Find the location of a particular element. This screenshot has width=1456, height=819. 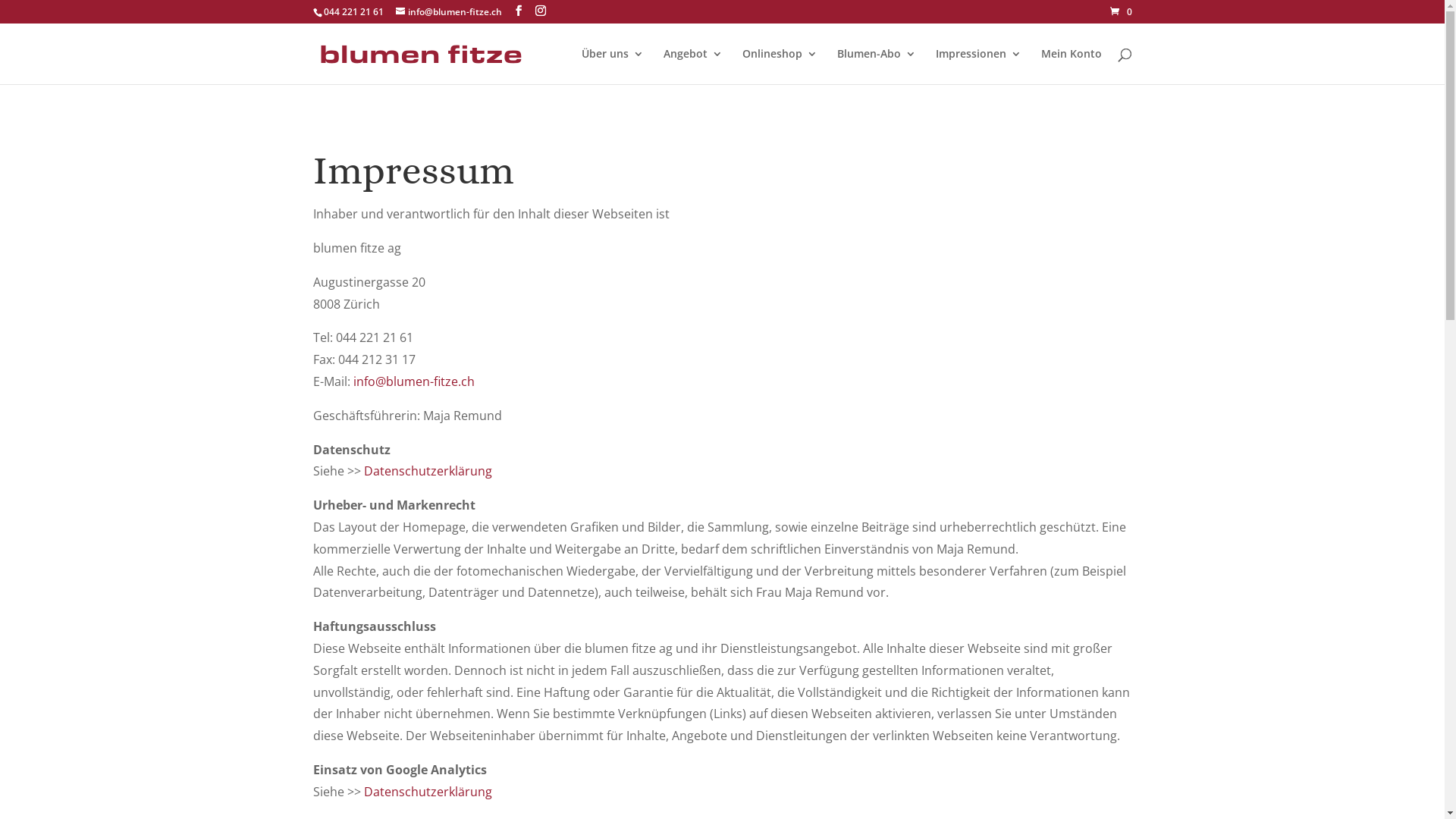

'Angebot' is located at coordinates (691, 65).